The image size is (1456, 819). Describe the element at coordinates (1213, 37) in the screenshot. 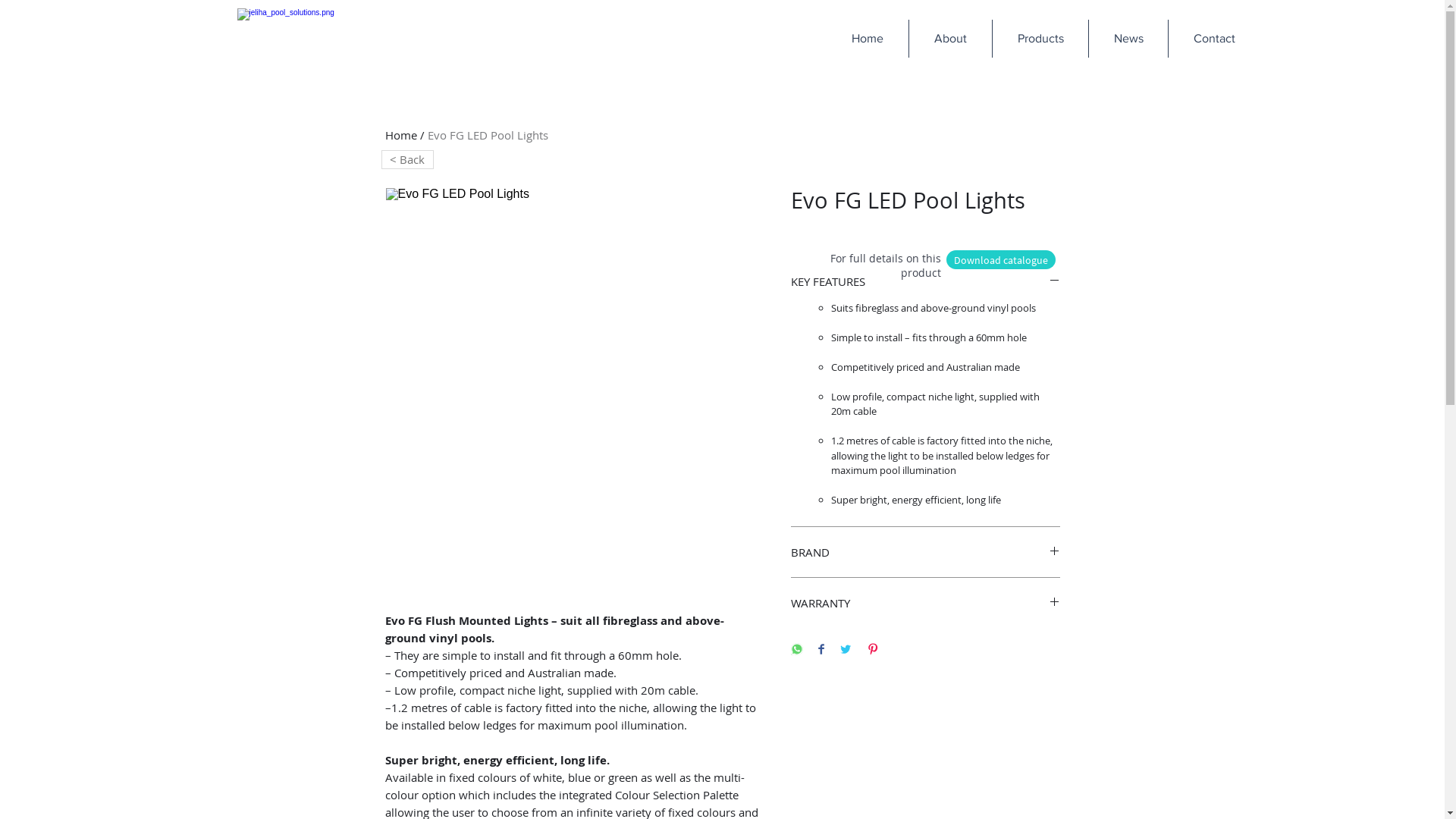

I see `'Contact'` at that location.